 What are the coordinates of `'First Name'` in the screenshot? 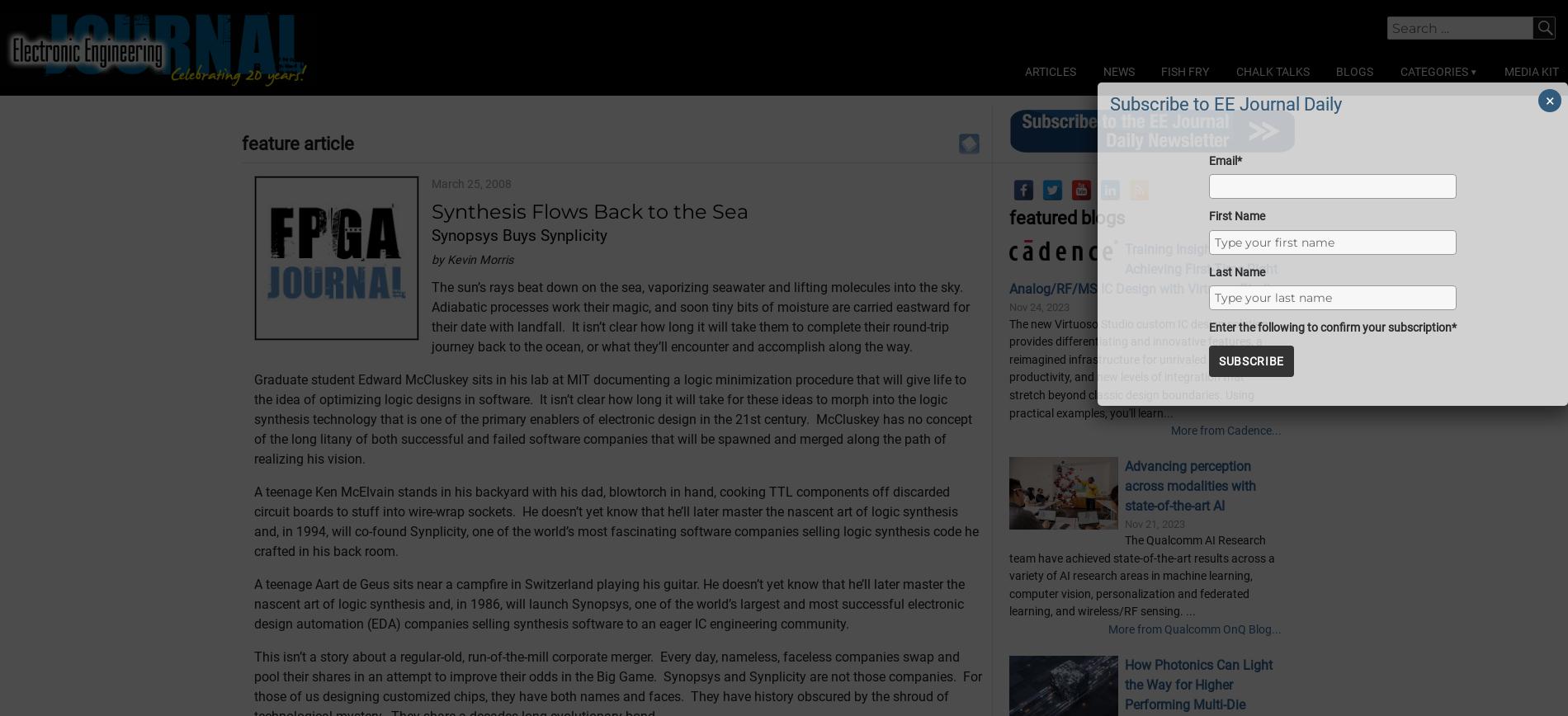 It's located at (1236, 215).